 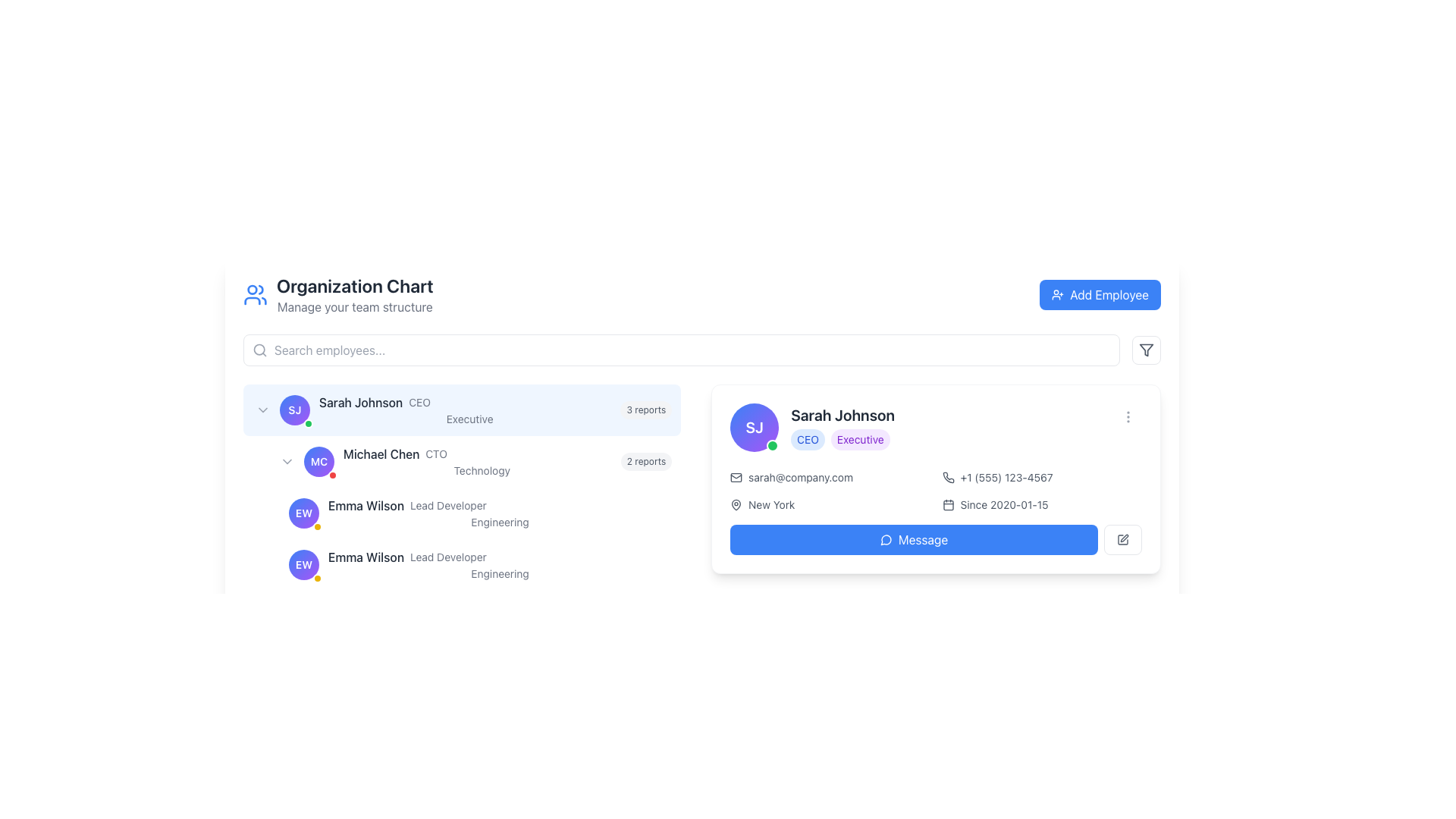 I want to click on the text display element showing 'Michael Chen' with the label 'CTO' and the word 'Technology' below it in the organization chart, so click(x=481, y=461).